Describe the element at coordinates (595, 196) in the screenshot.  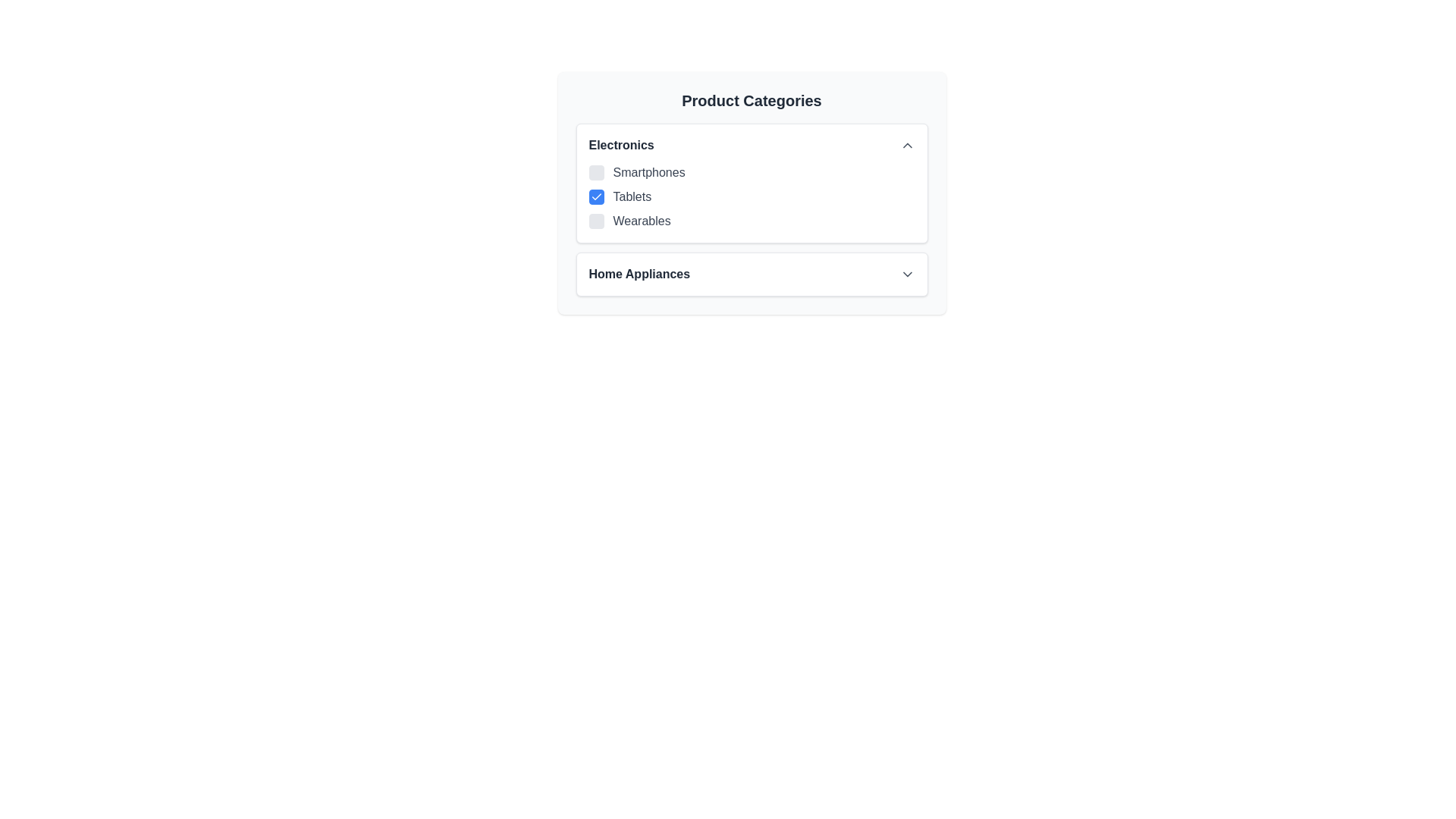
I see `the small, square, blue Checkbox styled as a button with a white checkmark icon, located to the left of the 'Tablets' label in the 'Electronics' section of the 'Product Categories' list` at that location.